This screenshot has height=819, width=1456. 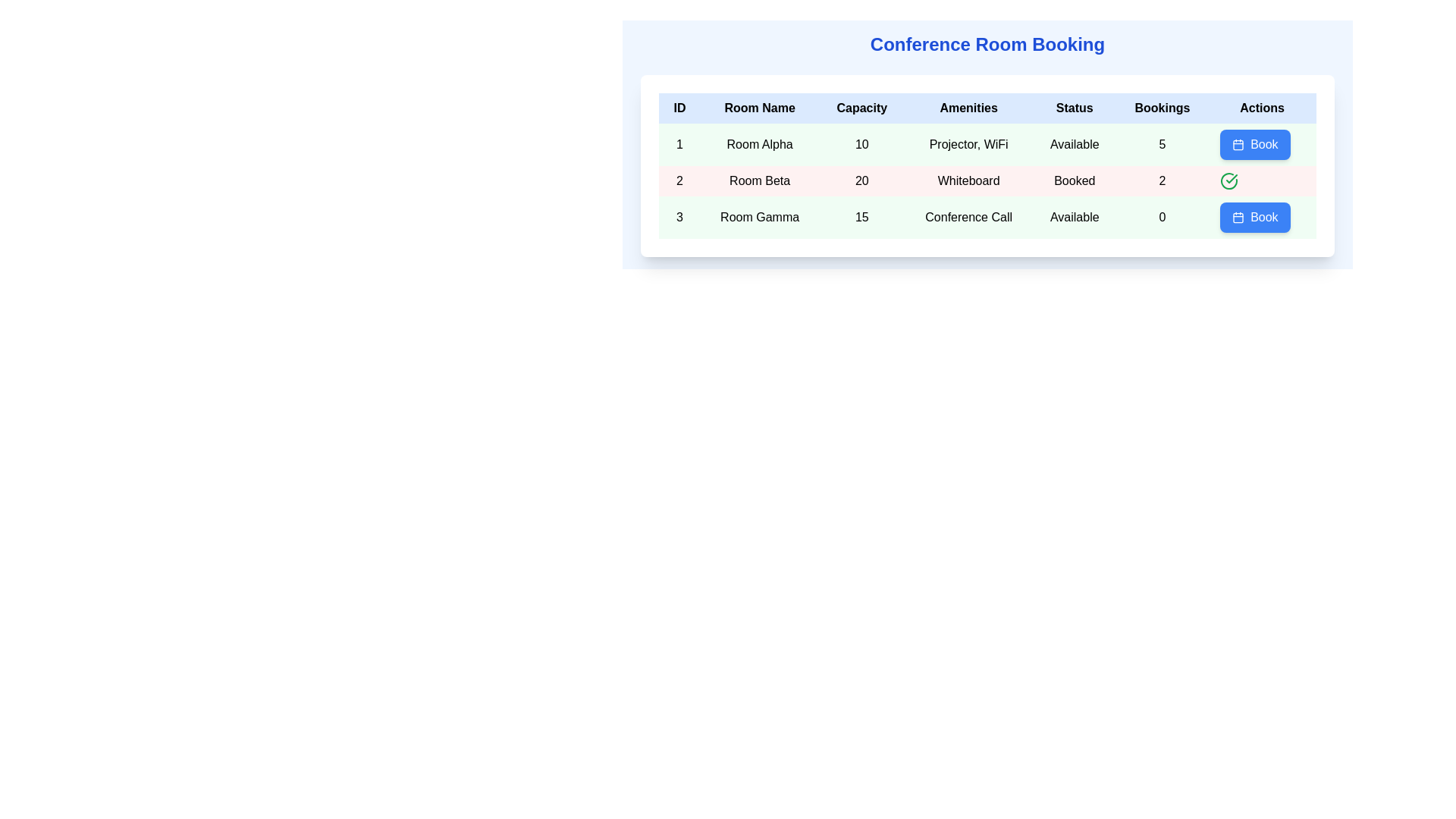 What do you see at coordinates (861, 107) in the screenshot?
I see `the text label element styled with a black font that displays 'Capacity', located in the header row of a table, positioned between 'Room Name' and 'Amenities'` at bounding box center [861, 107].